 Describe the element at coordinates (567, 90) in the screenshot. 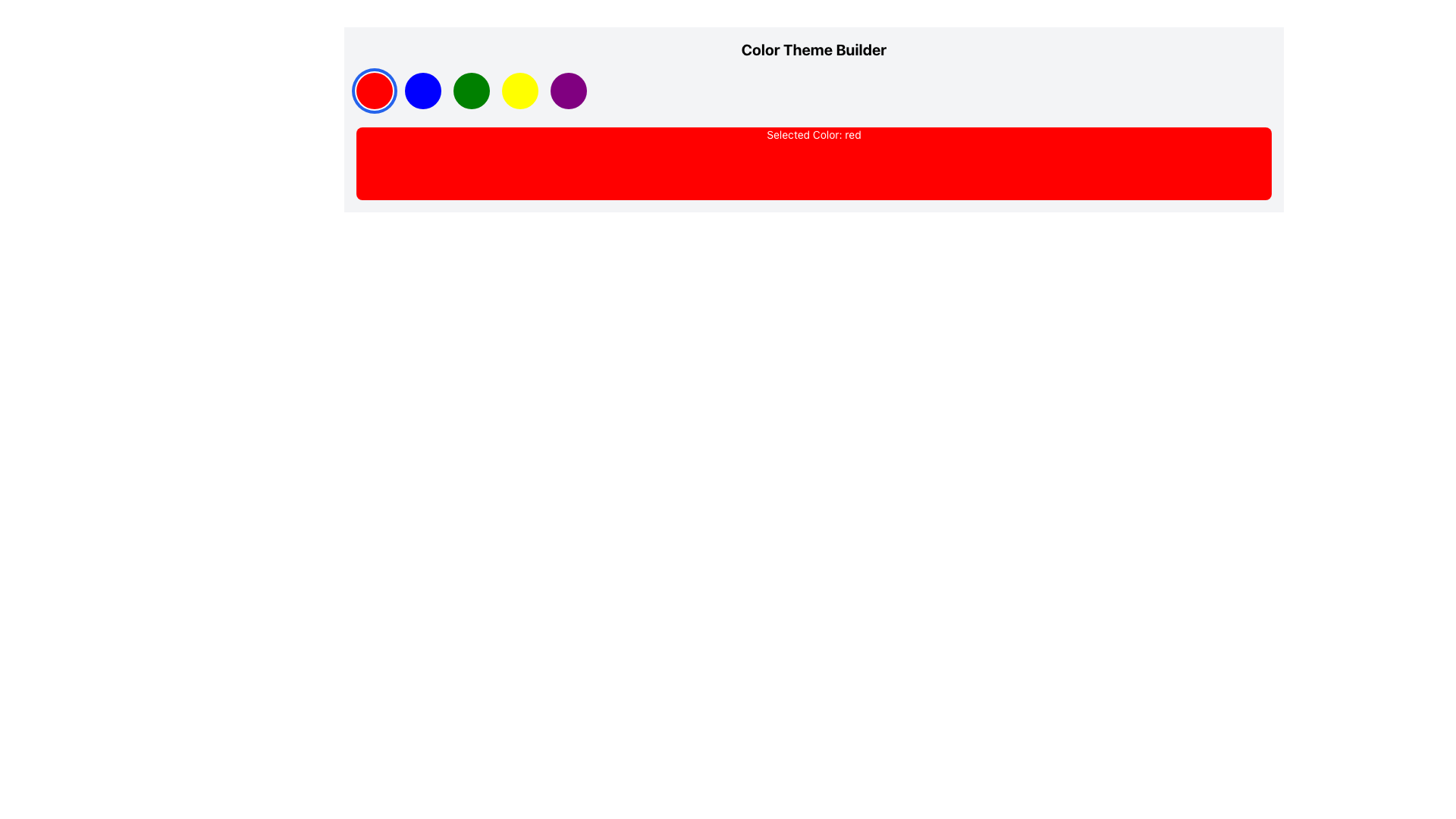

I see `the circular purple button located at the far right of a horizontal row of five evenly spaced buttons` at that location.